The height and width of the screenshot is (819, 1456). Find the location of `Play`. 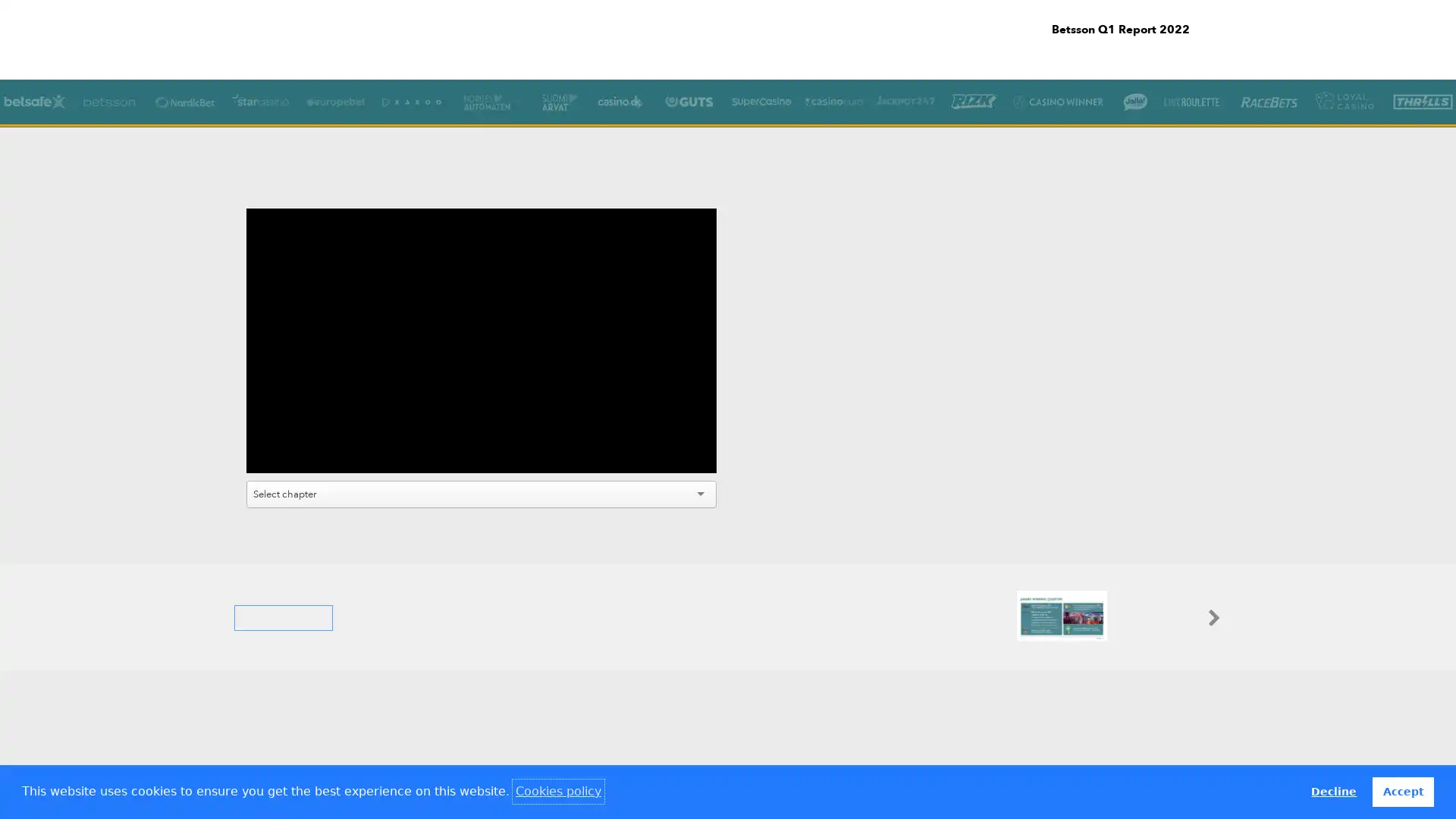

Play is located at coordinates (269, 449).